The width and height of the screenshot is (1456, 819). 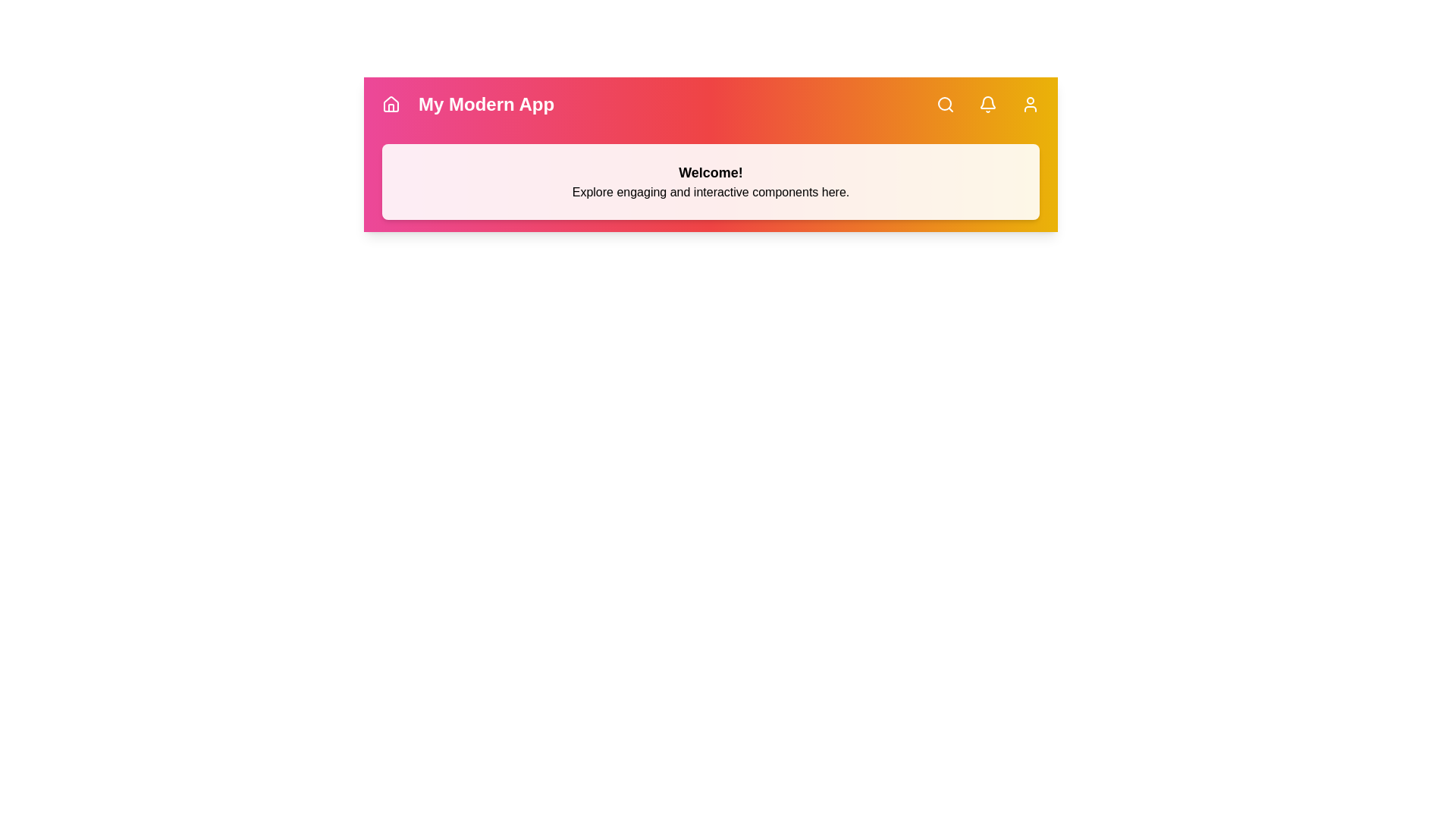 What do you see at coordinates (945, 104) in the screenshot?
I see `the search button` at bounding box center [945, 104].